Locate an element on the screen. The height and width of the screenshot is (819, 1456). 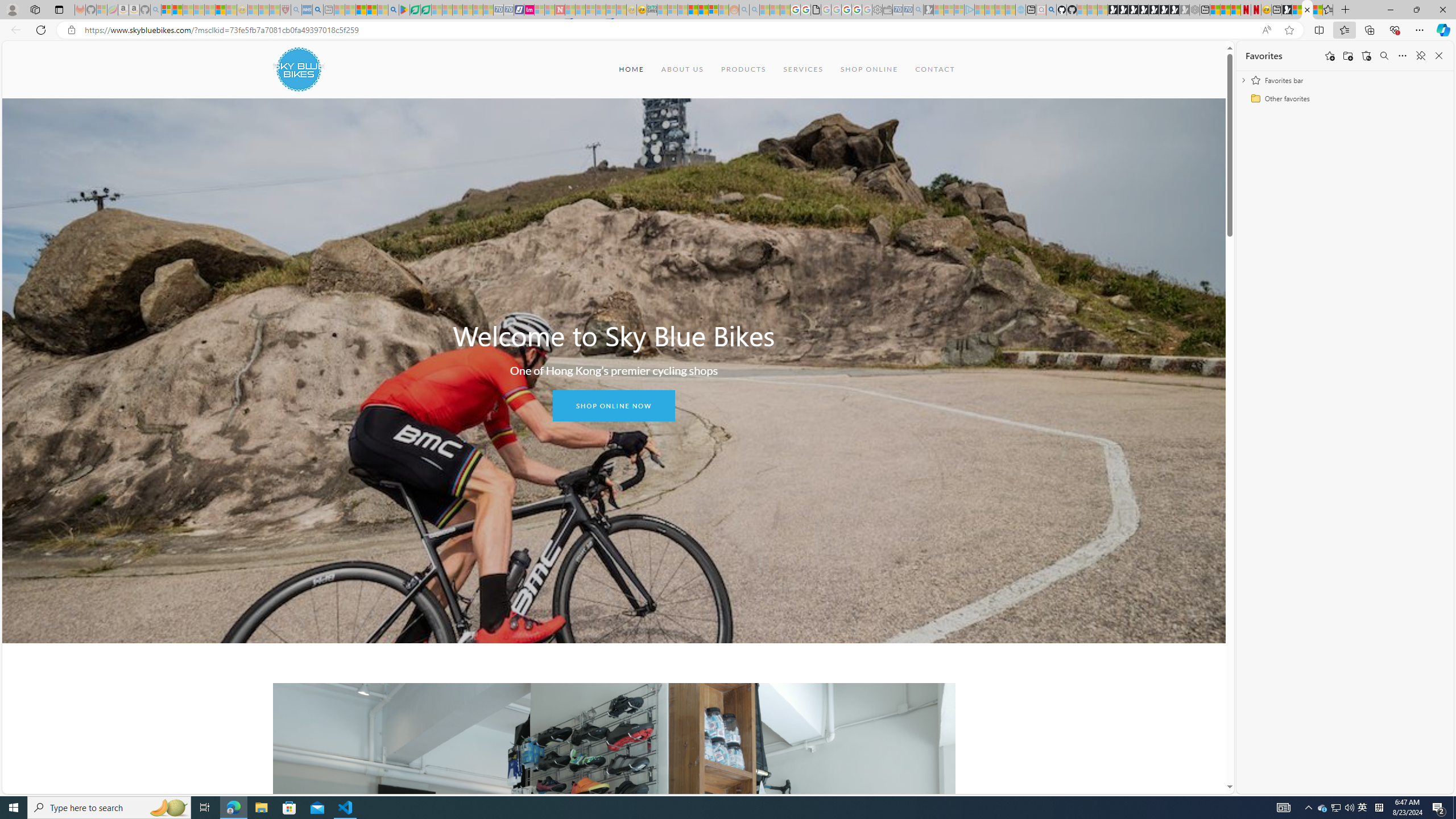
'Class: uk-navbar-item uk-logo' is located at coordinates (297, 68).